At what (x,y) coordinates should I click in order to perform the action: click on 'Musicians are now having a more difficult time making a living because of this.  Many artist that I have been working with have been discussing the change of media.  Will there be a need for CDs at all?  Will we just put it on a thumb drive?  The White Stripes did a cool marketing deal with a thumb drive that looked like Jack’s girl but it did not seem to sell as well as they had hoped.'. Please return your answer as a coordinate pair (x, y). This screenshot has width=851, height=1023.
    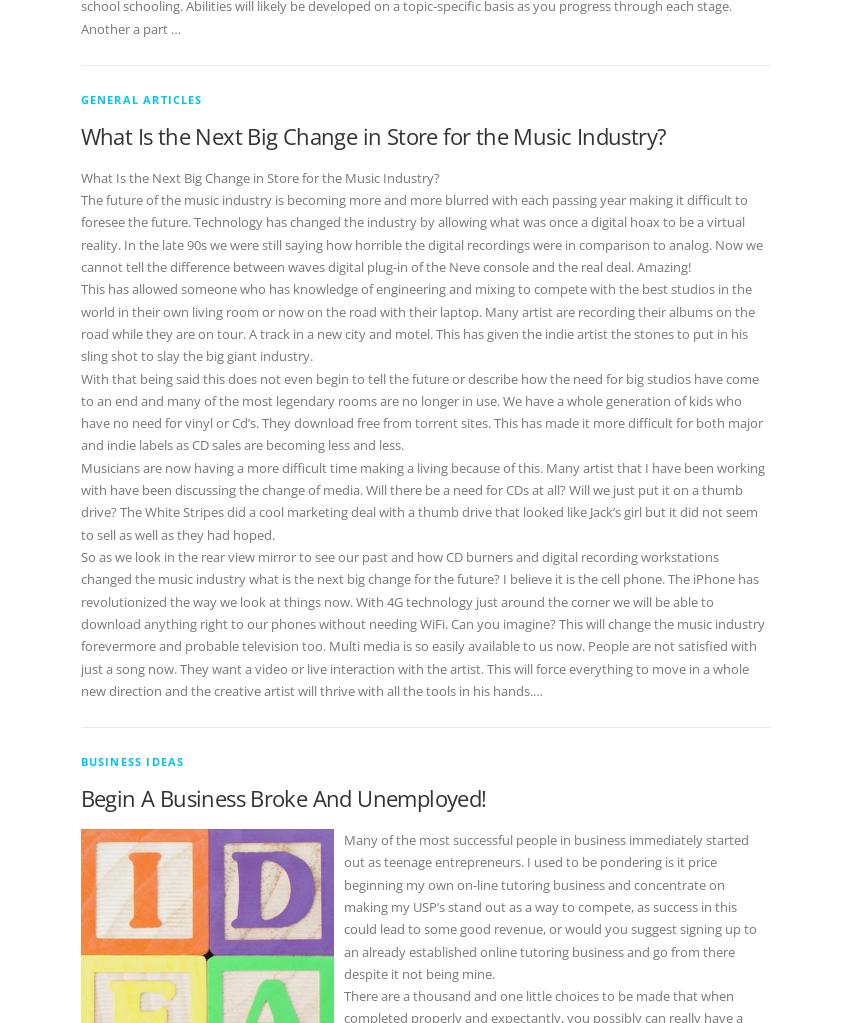
    Looking at the image, I should click on (421, 500).